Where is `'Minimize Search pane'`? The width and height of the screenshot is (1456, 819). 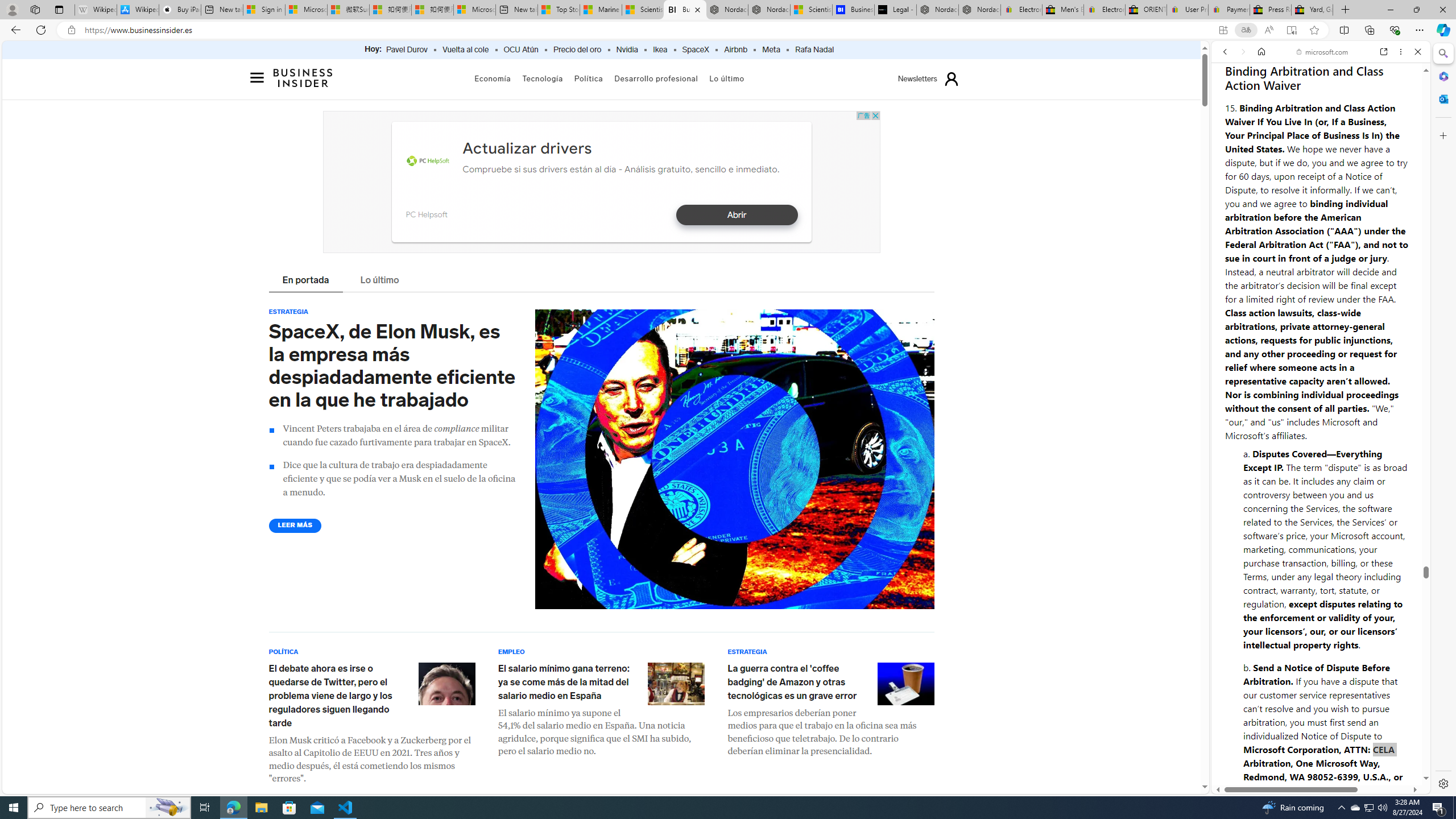
'Minimize Search pane' is located at coordinates (1442, 53).